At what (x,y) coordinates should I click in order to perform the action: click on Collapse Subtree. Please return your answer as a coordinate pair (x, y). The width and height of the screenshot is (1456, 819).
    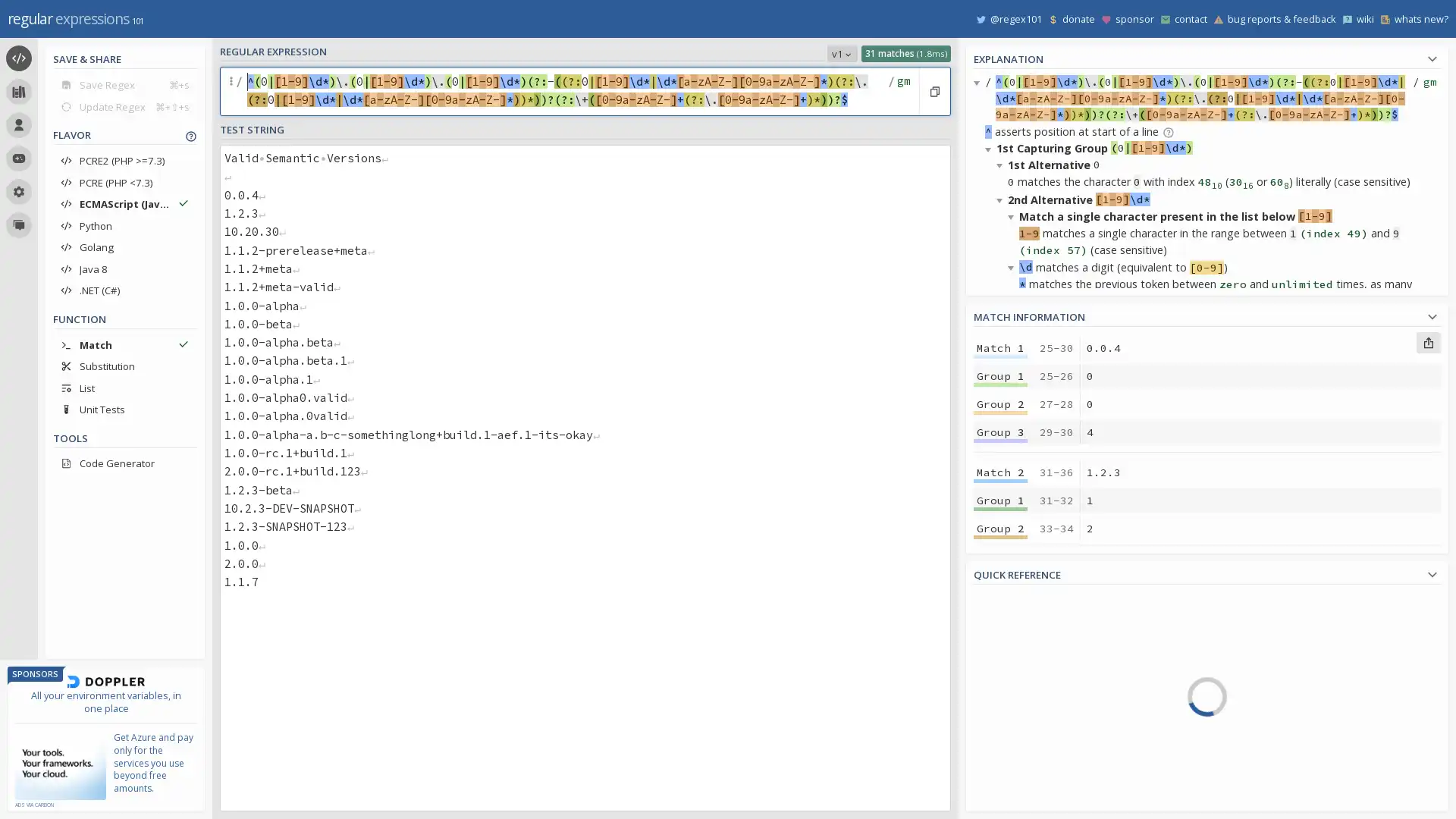
    Looking at the image, I should click on (1013, 265).